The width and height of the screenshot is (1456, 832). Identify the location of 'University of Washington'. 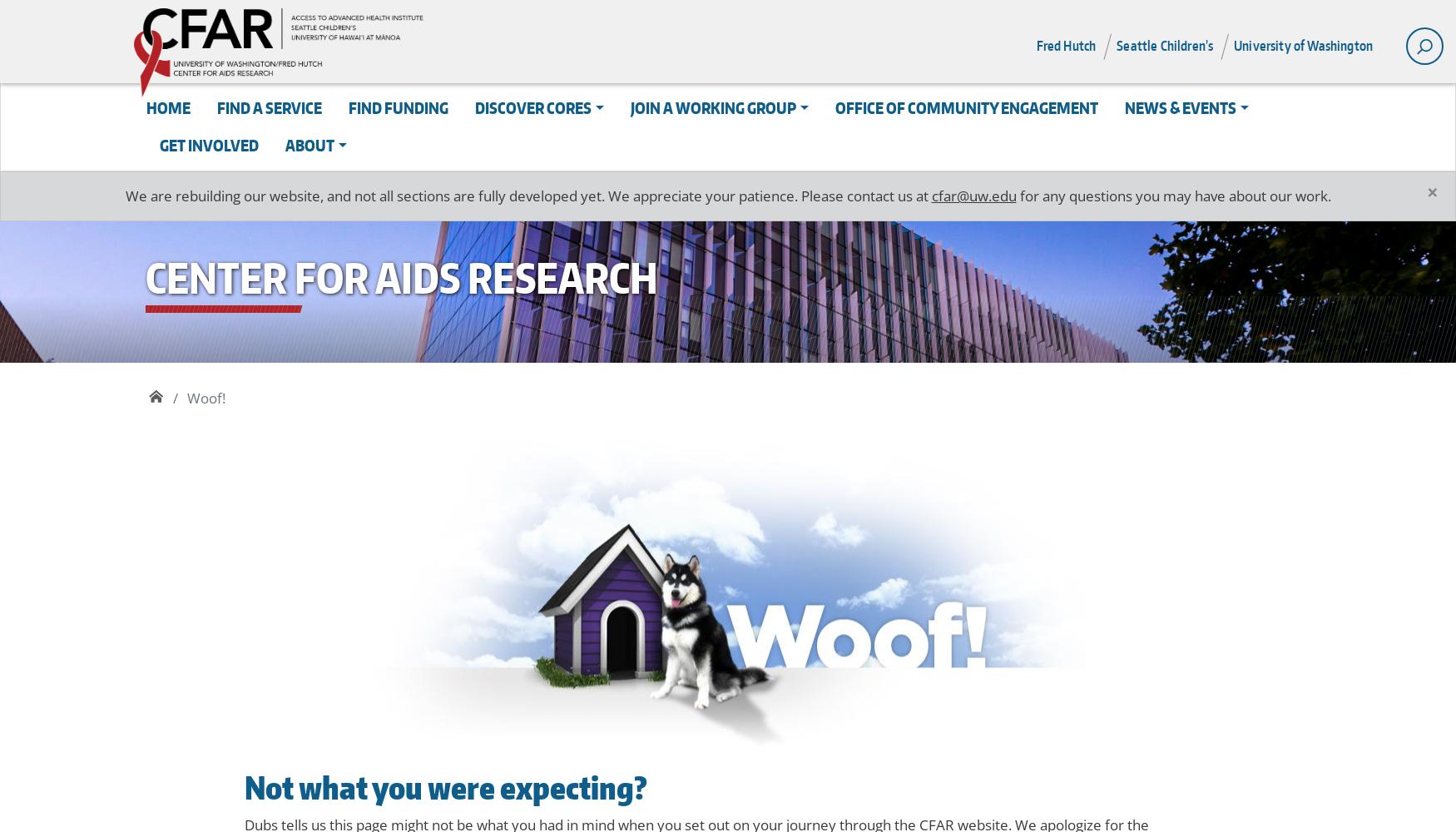
(1303, 46).